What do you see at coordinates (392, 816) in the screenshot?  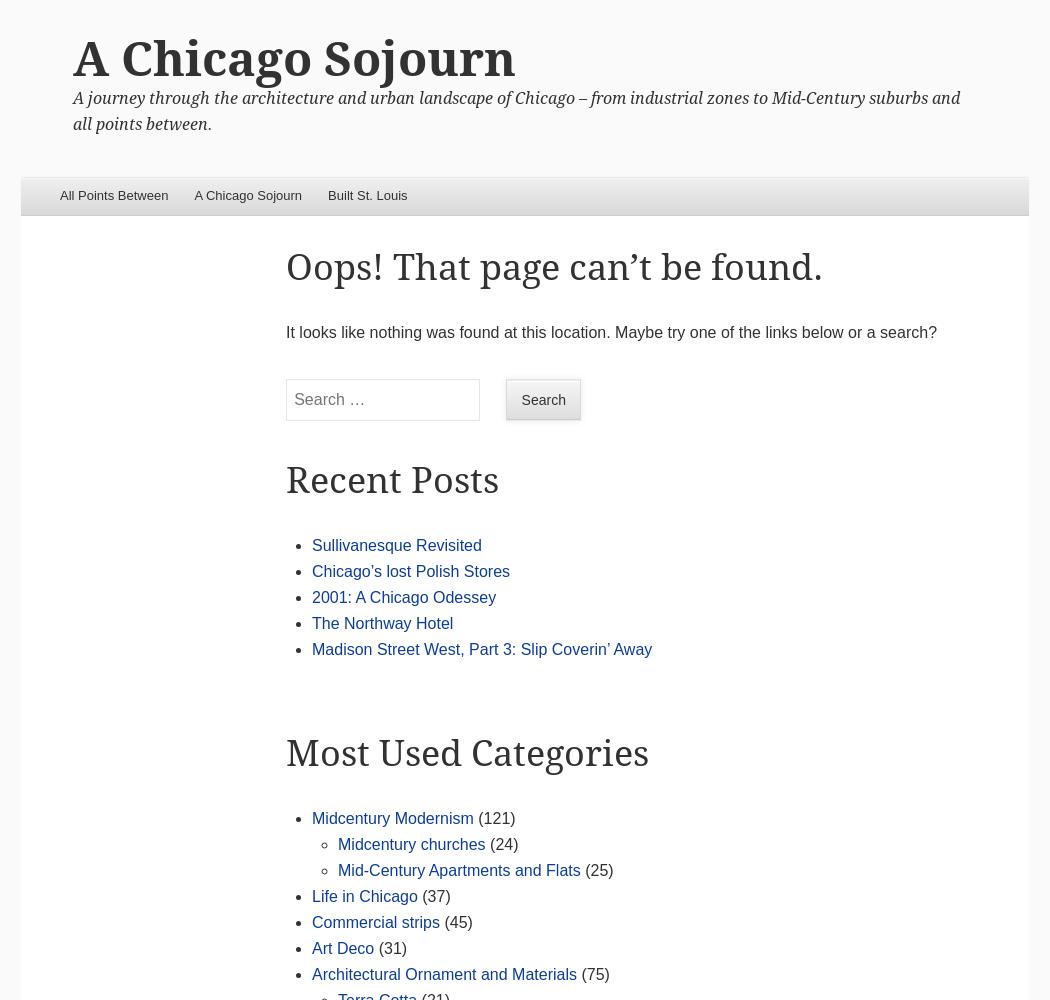 I see `'Midcentury Modernism'` at bounding box center [392, 816].